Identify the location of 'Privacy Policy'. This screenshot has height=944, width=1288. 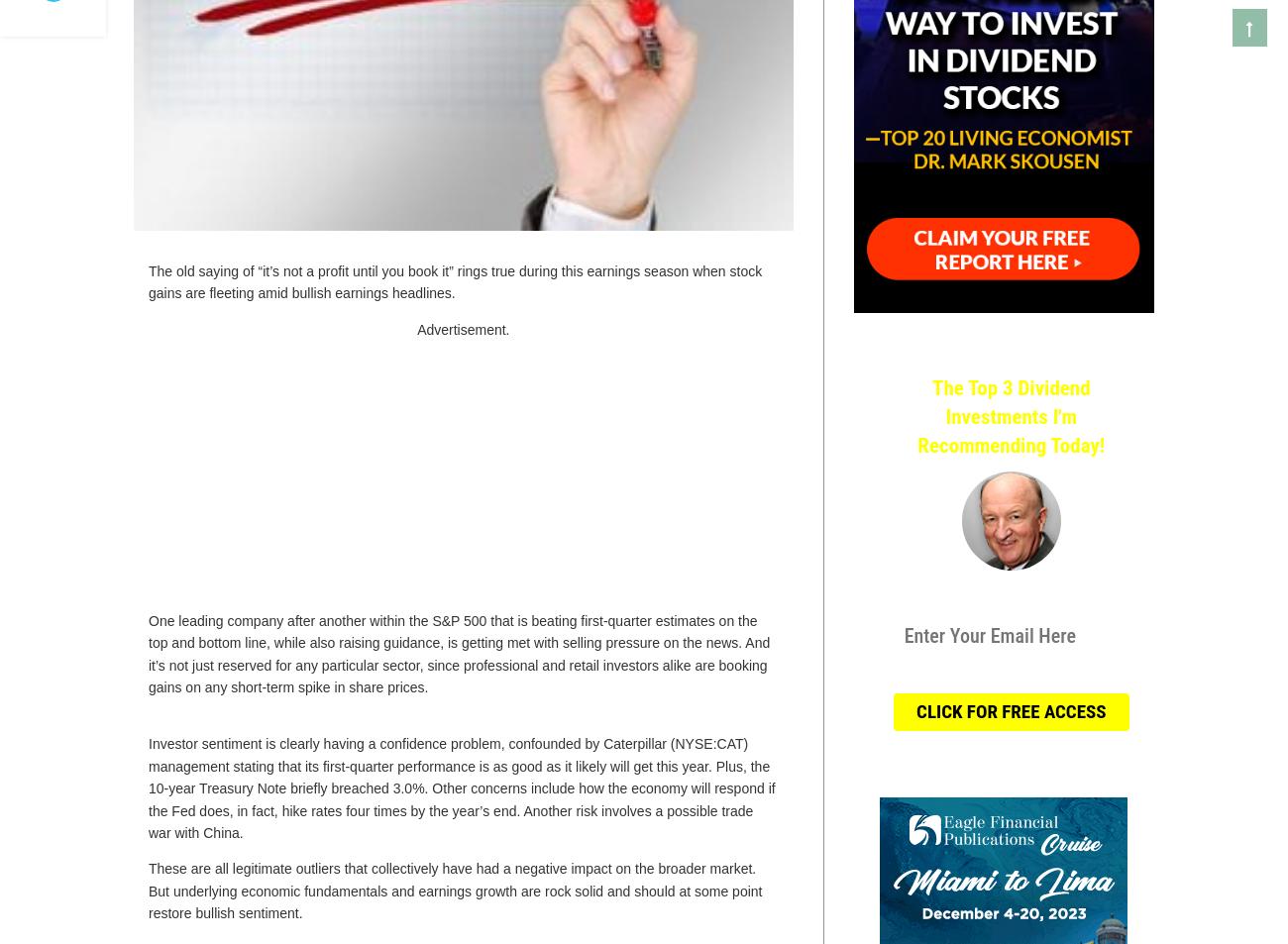
(1088, 672).